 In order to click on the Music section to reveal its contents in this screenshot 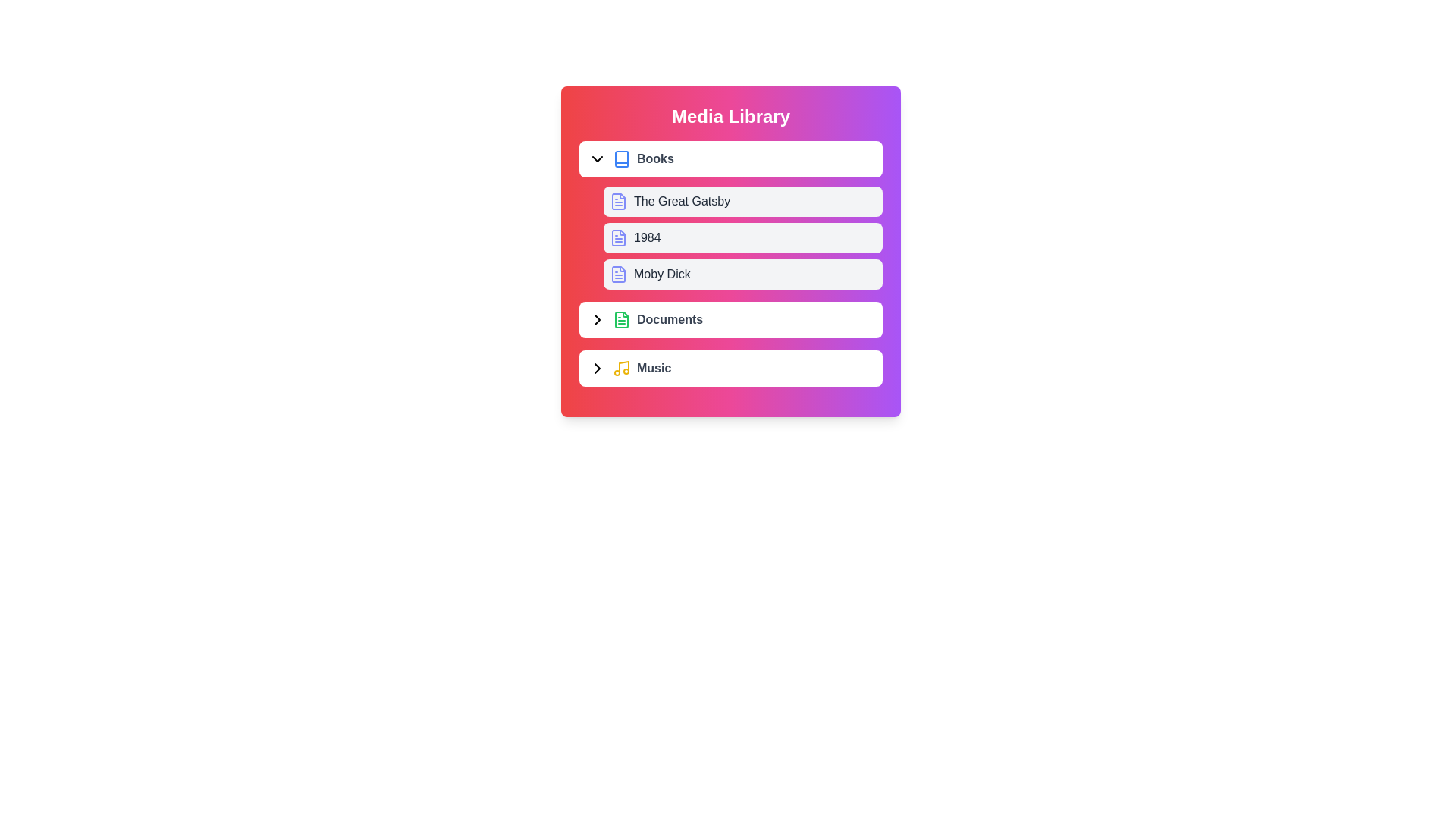, I will do `click(731, 369)`.